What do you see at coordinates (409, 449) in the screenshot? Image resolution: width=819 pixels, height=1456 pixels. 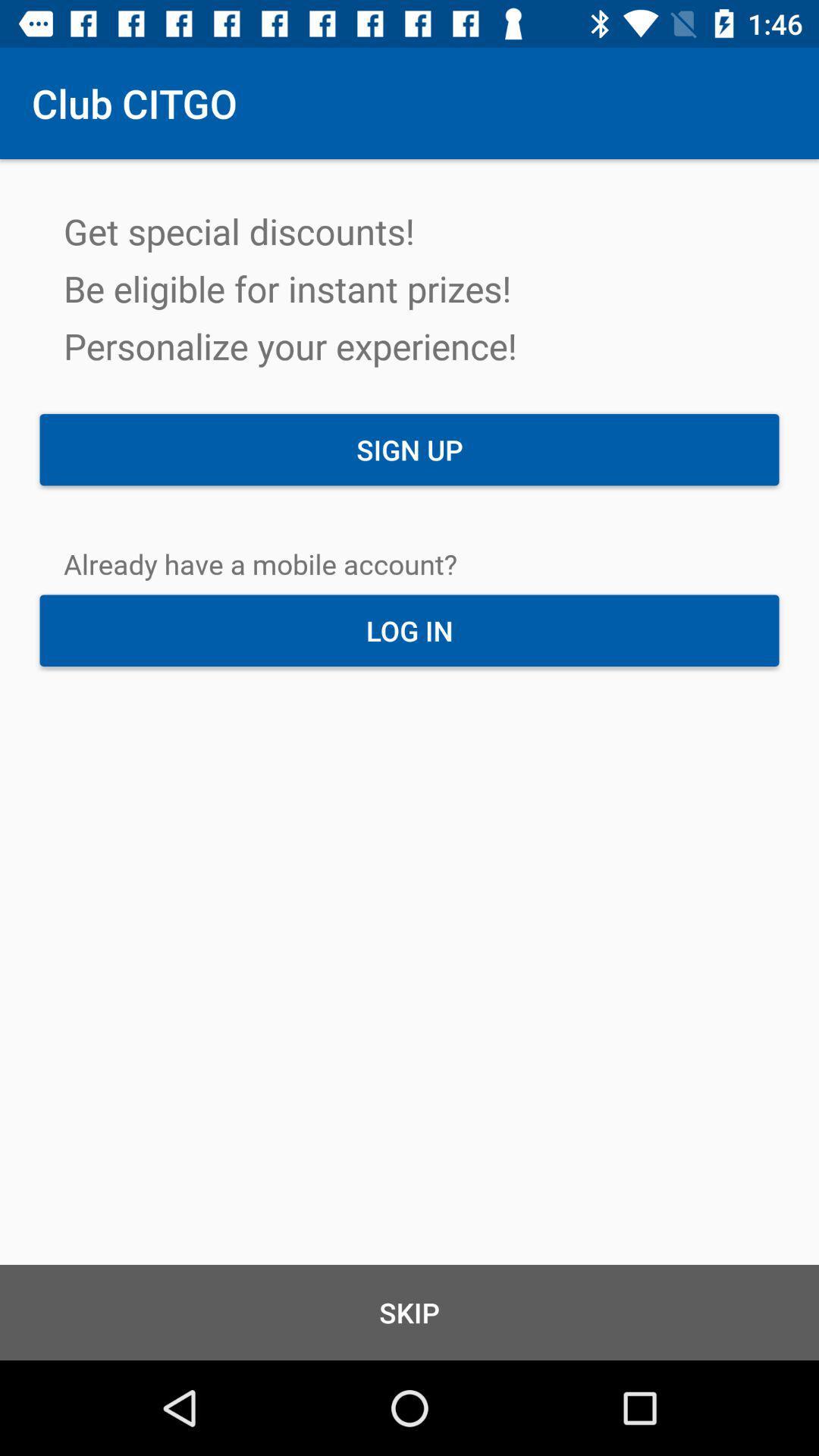 I see `sign up icon` at bounding box center [409, 449].